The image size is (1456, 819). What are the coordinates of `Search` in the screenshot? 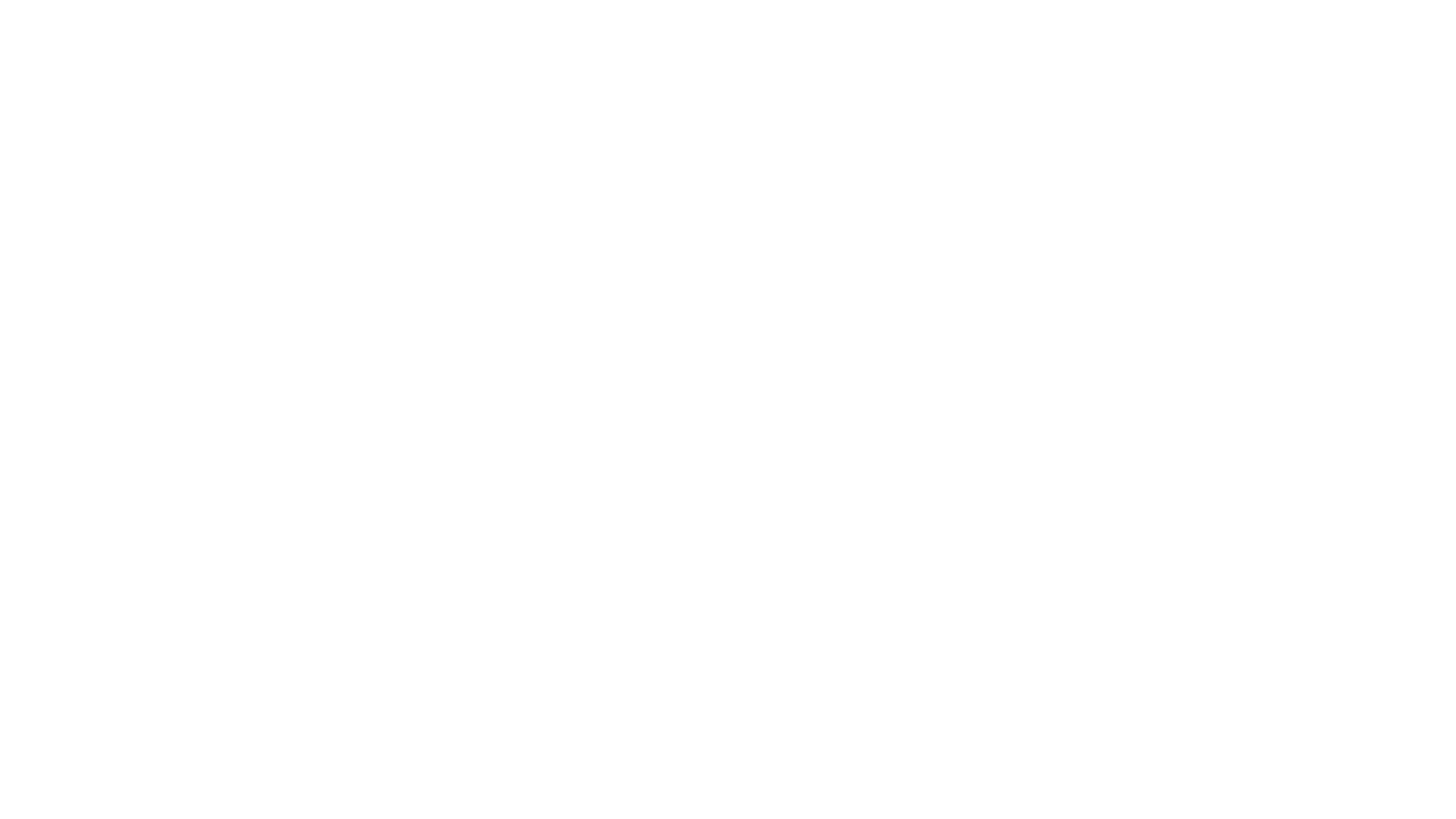 It's located at (1043, 464).